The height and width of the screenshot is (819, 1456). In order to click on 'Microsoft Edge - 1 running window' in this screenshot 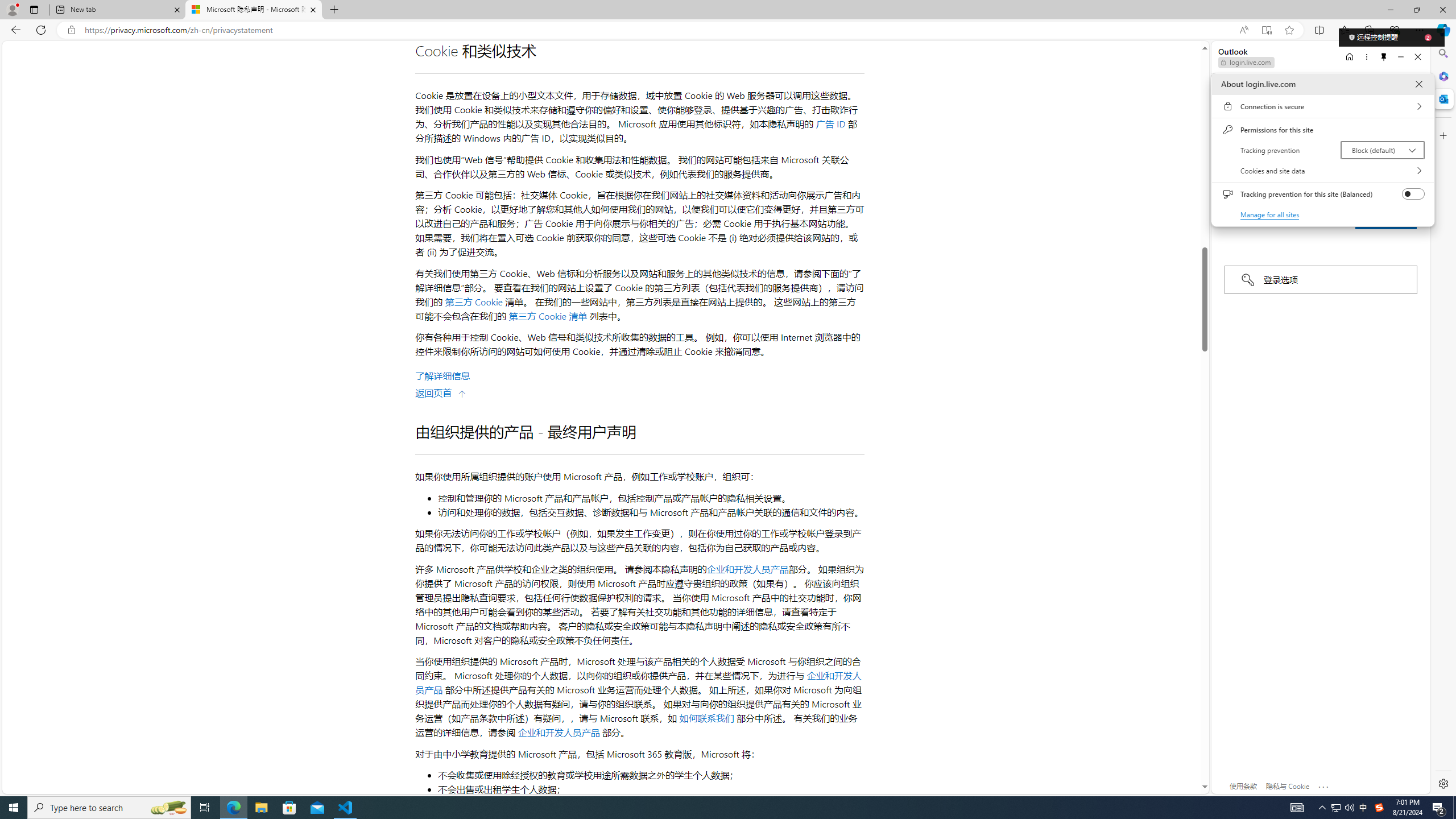, I will do `click(289, 806)`.